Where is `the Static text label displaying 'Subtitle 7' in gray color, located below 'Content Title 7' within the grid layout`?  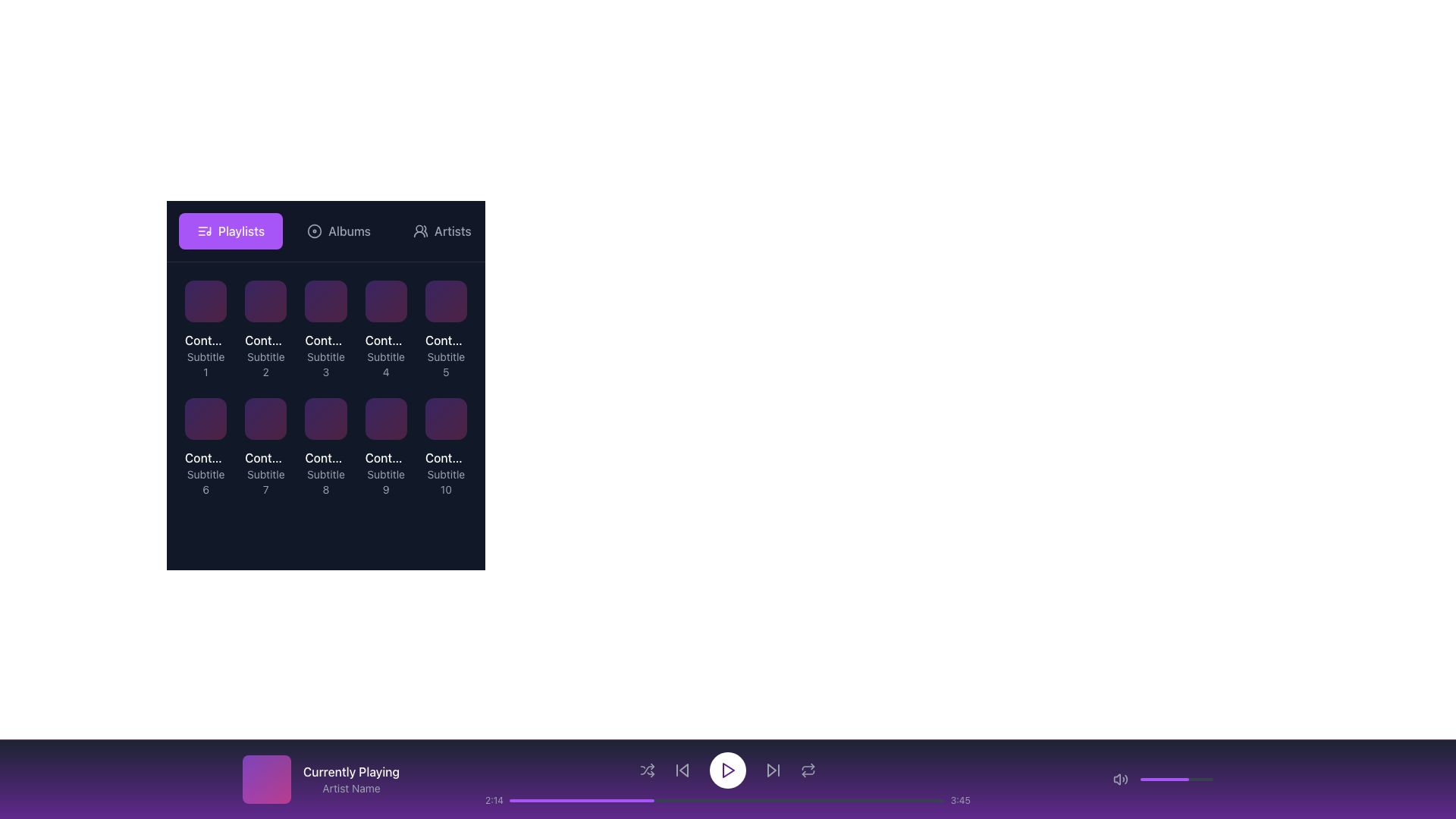
the Static text label displaying 'Subtitle 7' in gray color, located below 'Content Title 7' within the grid layout is located at coordinates (265, 482).